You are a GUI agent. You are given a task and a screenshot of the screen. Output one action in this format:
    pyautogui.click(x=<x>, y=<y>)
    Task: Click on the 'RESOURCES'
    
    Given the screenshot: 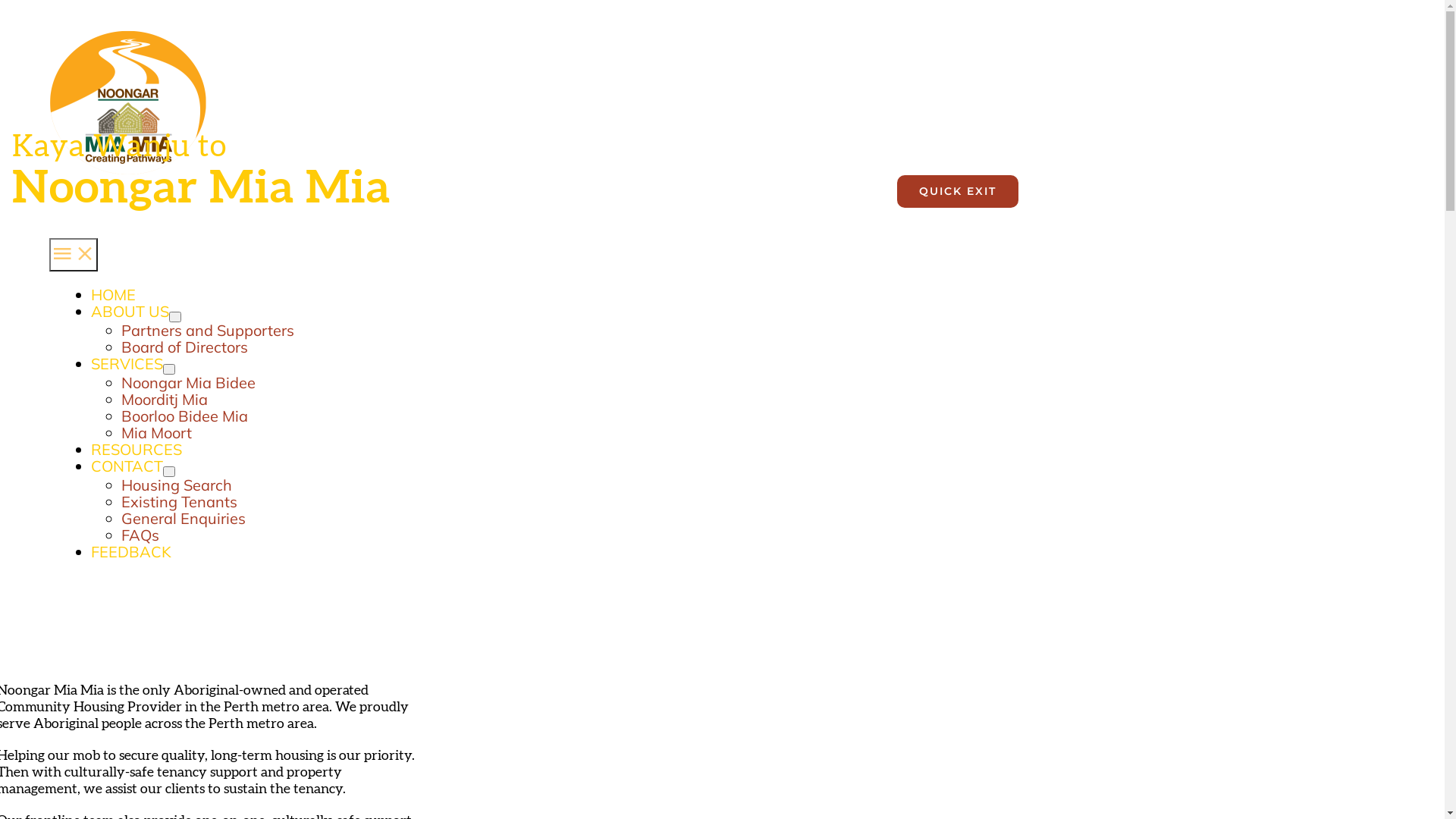 What is the action you would take?
    pyautogui.click(x=136, y=448)
    